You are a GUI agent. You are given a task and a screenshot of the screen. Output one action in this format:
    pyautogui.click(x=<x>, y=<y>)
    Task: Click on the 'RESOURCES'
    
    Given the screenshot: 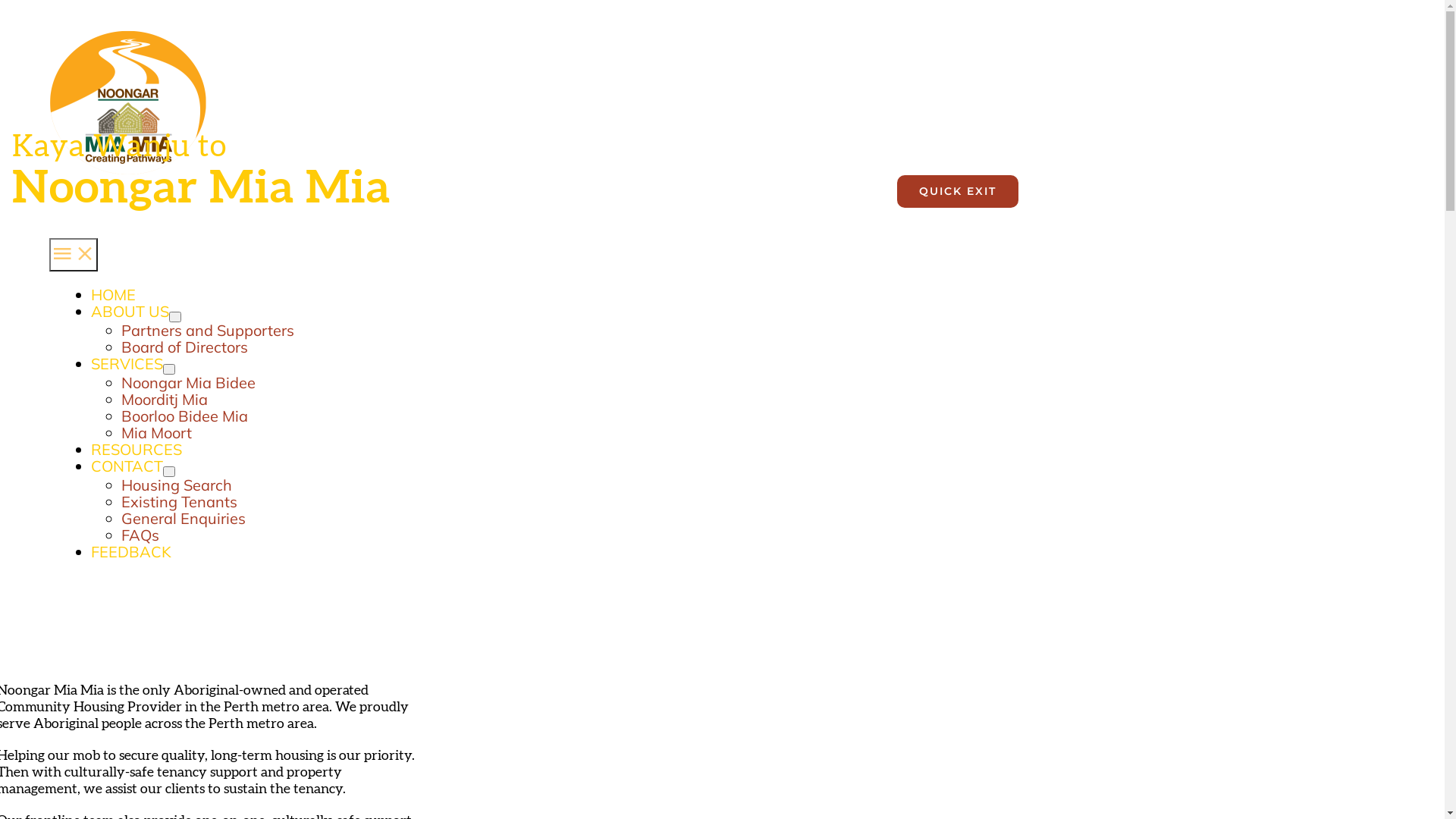 What is the action you would take?
    pyautogui.click(x=136, y=448)
    